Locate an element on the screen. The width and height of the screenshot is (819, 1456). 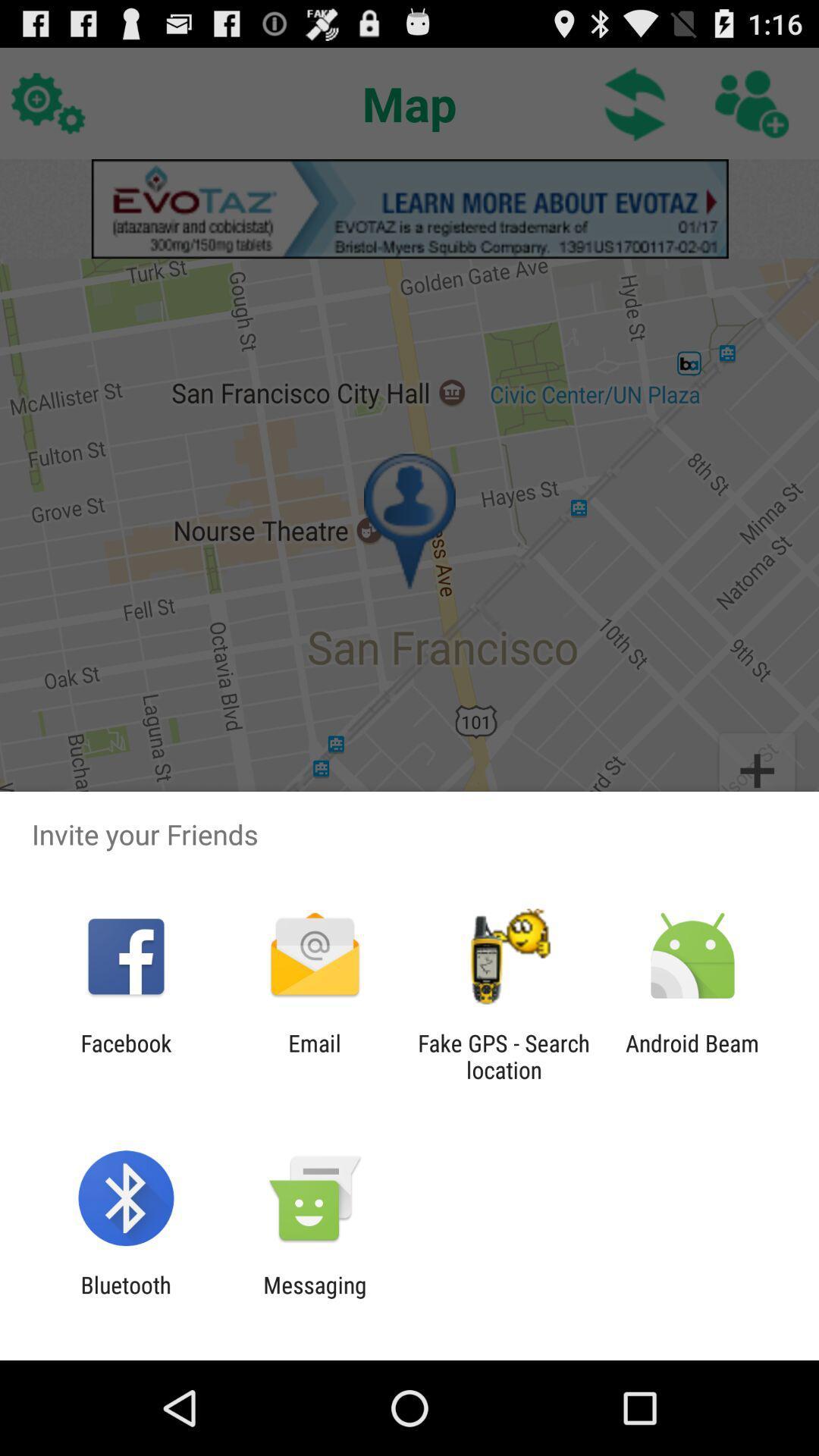
the facebook app is located at coordinates (125, 1056).